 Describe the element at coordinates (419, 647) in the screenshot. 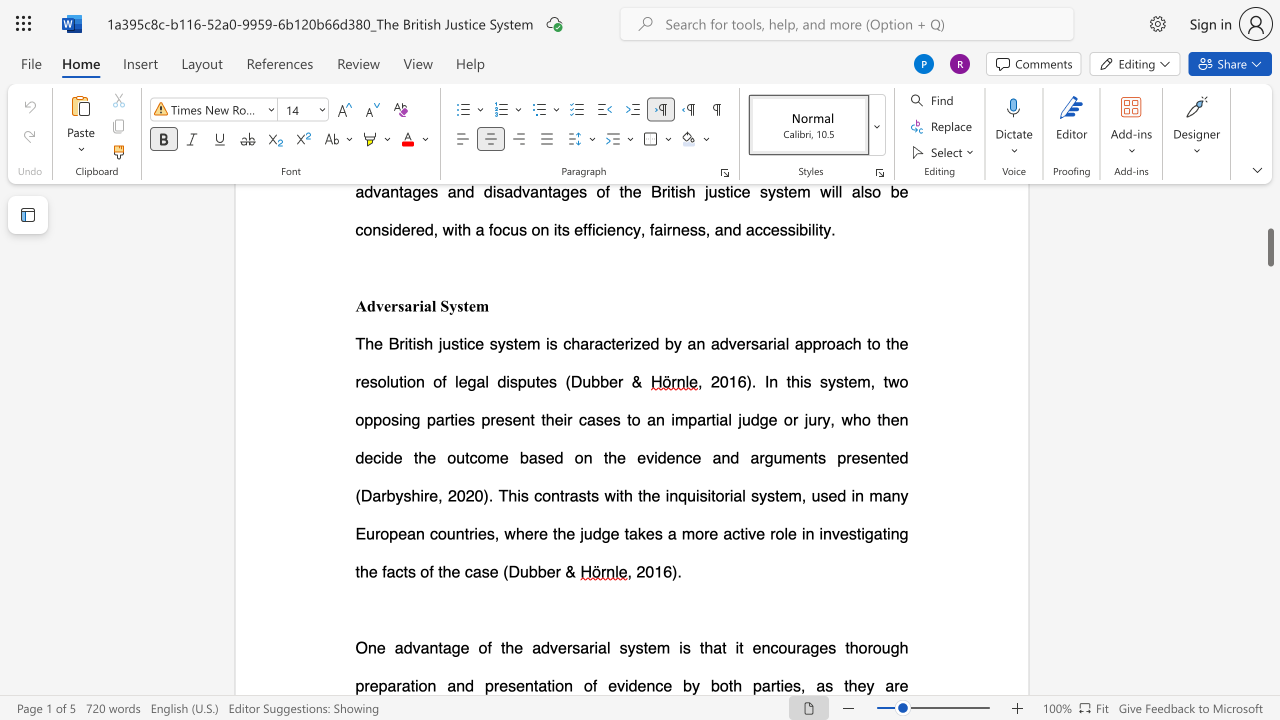

I see `the space between the continuous character "v" and "a" in the text` at that location.